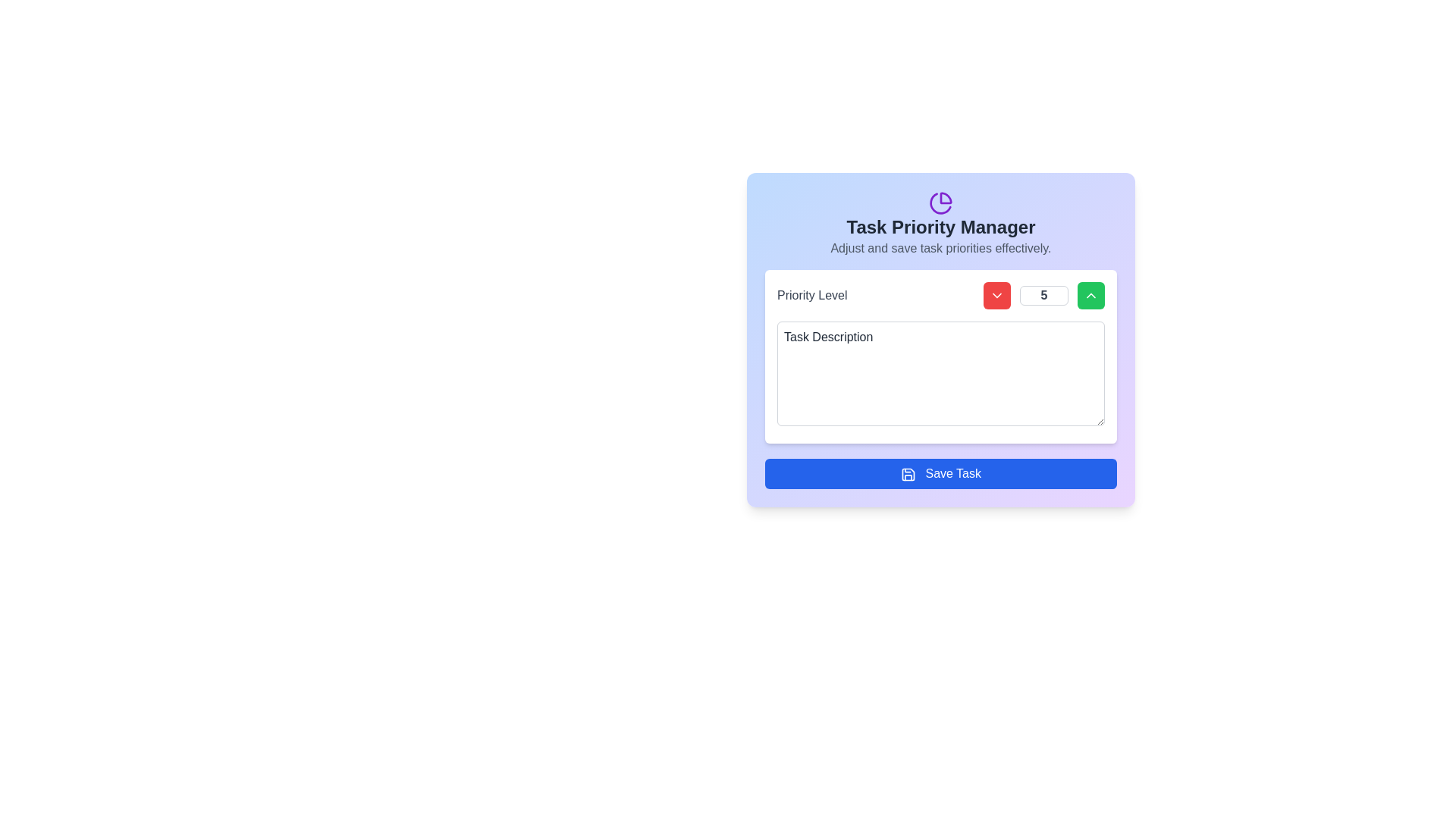 Image resolution: width=1456 pixels, height=819 pixels. What do you see at coordinates (1043, 295) in the screenshot?
I see `the numeric Text Input element for the priority level, which is positioned between a red decrement button and a green increment button, to focus on it` at bounding box center [1043, 295].